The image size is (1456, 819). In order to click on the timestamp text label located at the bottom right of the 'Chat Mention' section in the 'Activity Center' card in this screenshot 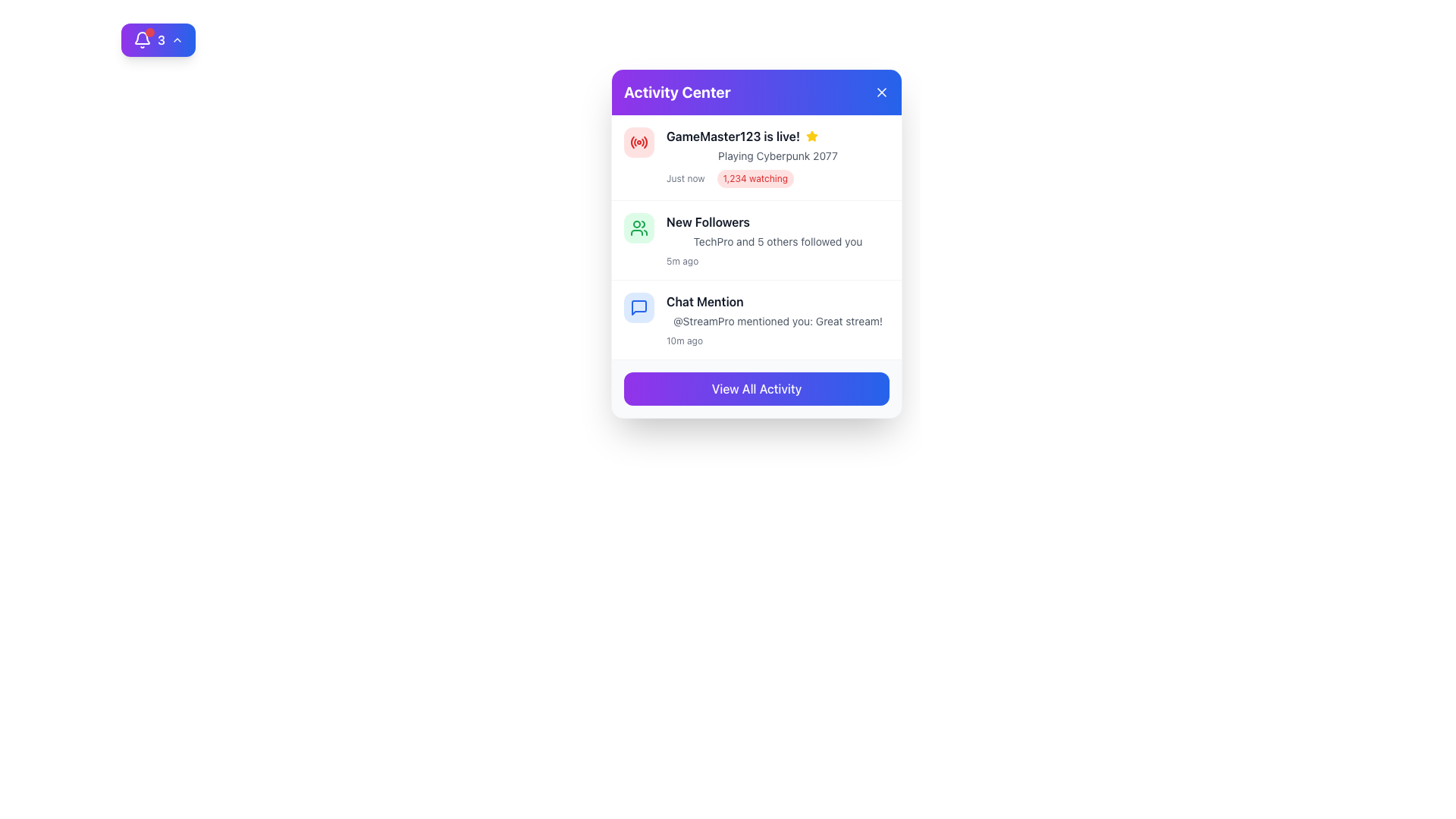, I will do `click(683, 341)`.